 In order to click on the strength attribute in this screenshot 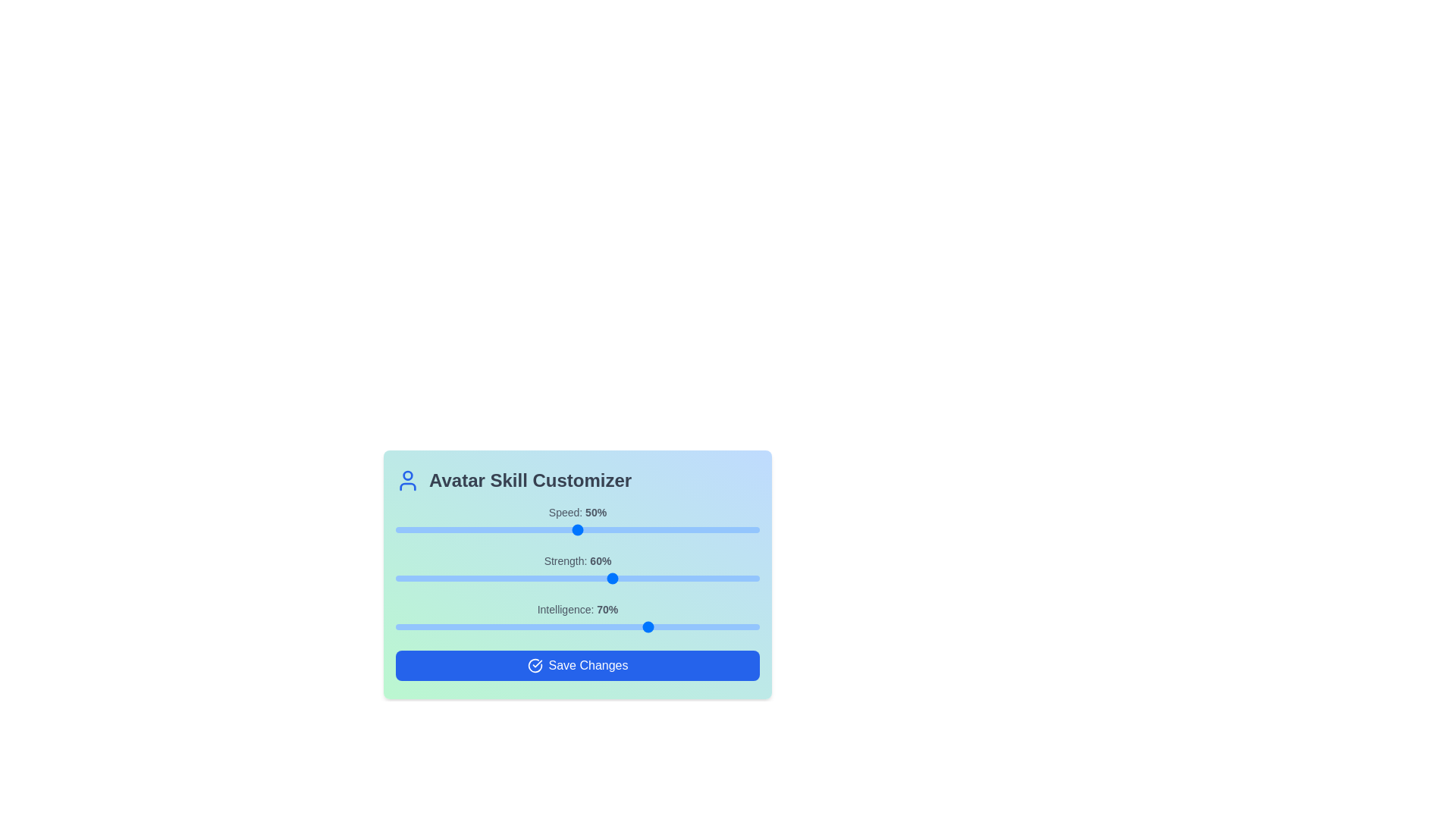, I will do `click(431, 579)`.